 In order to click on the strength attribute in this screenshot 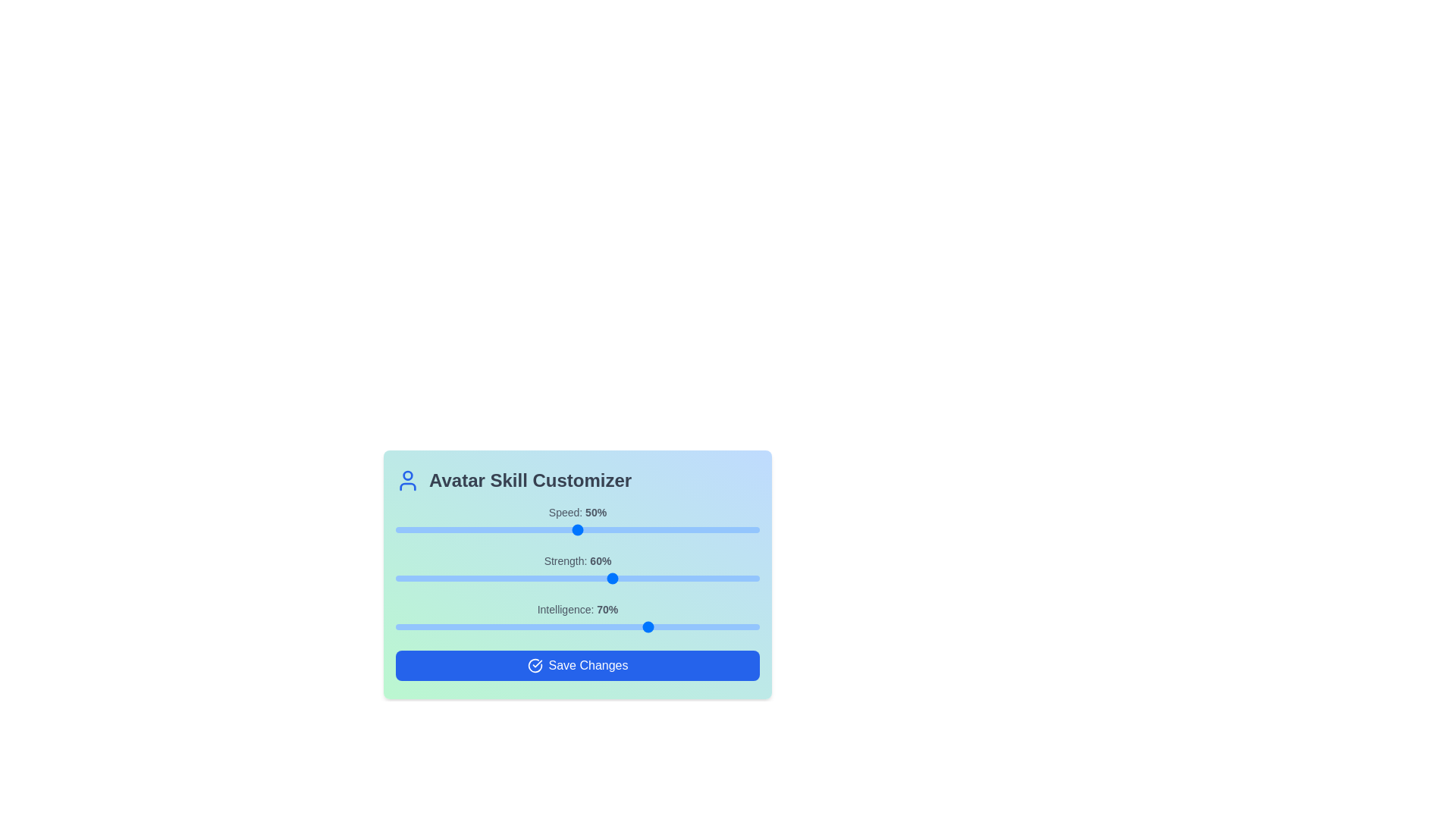, I will do `click(431, 579)`.